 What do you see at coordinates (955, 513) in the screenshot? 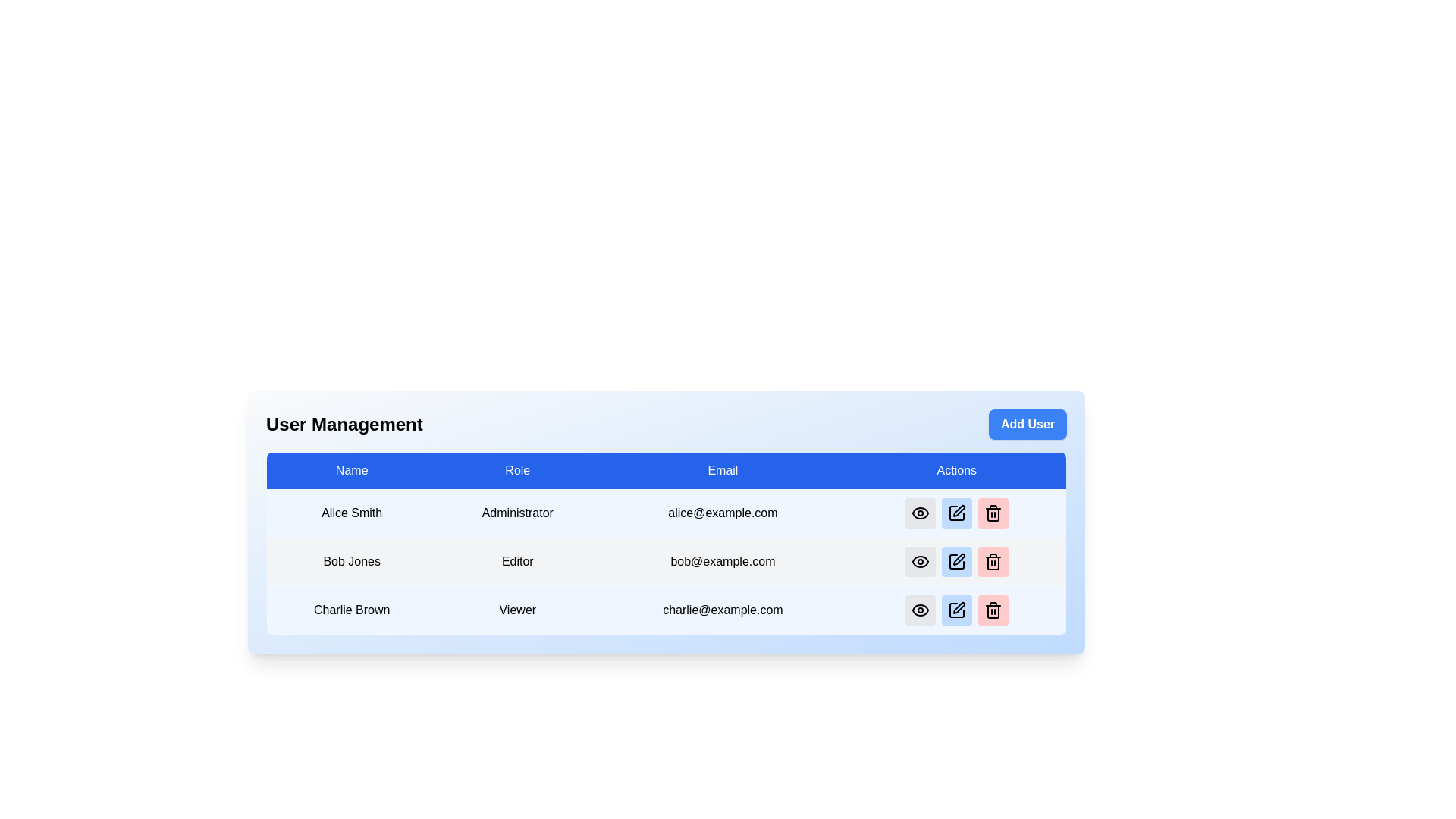
I see `the edit button with a pen icon, which is the second button in the 'Actions' column of the first row` at bounding box center [955, 513].